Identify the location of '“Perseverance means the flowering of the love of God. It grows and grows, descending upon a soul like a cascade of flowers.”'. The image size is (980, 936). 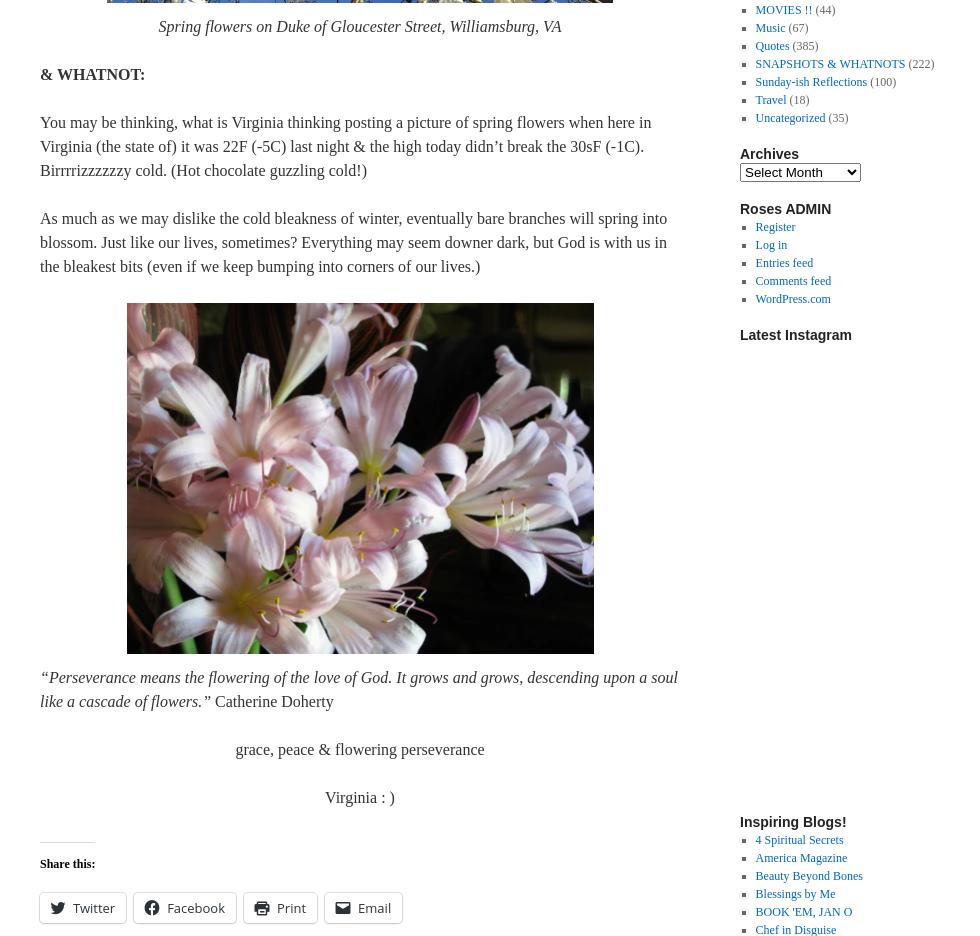
(358, 689).